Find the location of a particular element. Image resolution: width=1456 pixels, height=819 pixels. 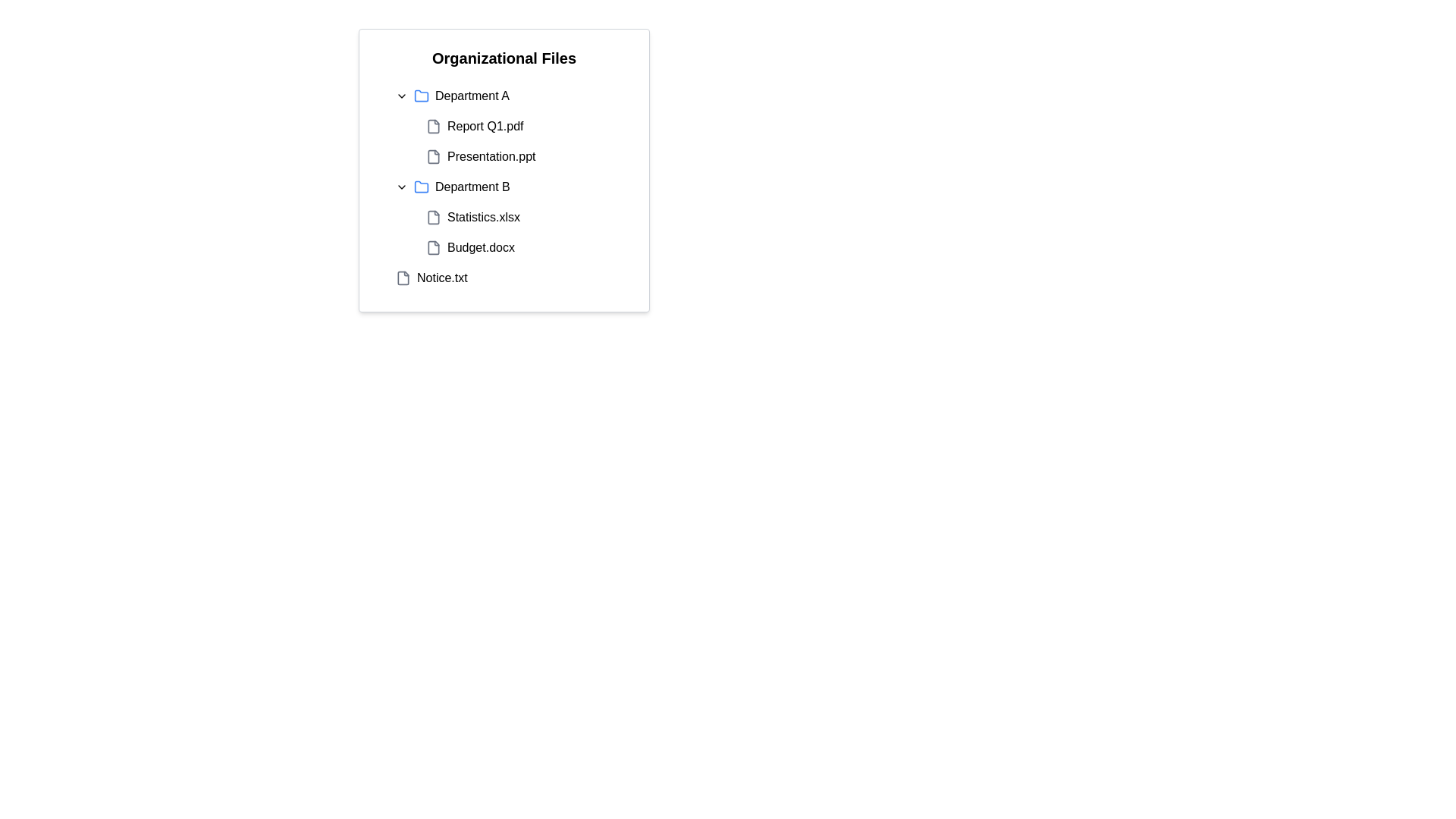

the file type icon representing 'Presentation.ppt' is located at coordinates (432, 157).